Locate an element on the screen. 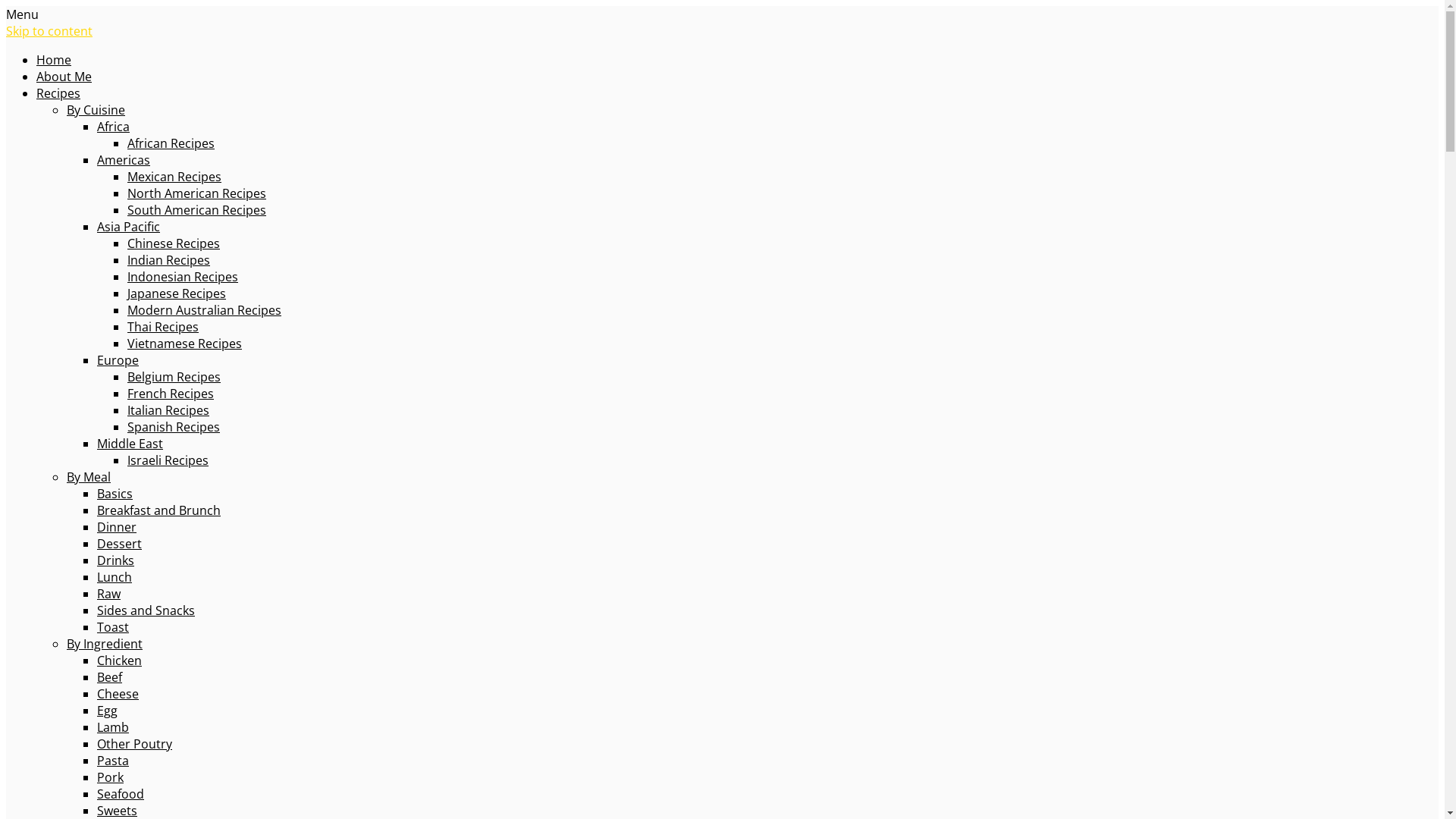 Image resolution: width=1456 pixels, height=819 pixels. 'Europe' is located at coordinates (117, 359).